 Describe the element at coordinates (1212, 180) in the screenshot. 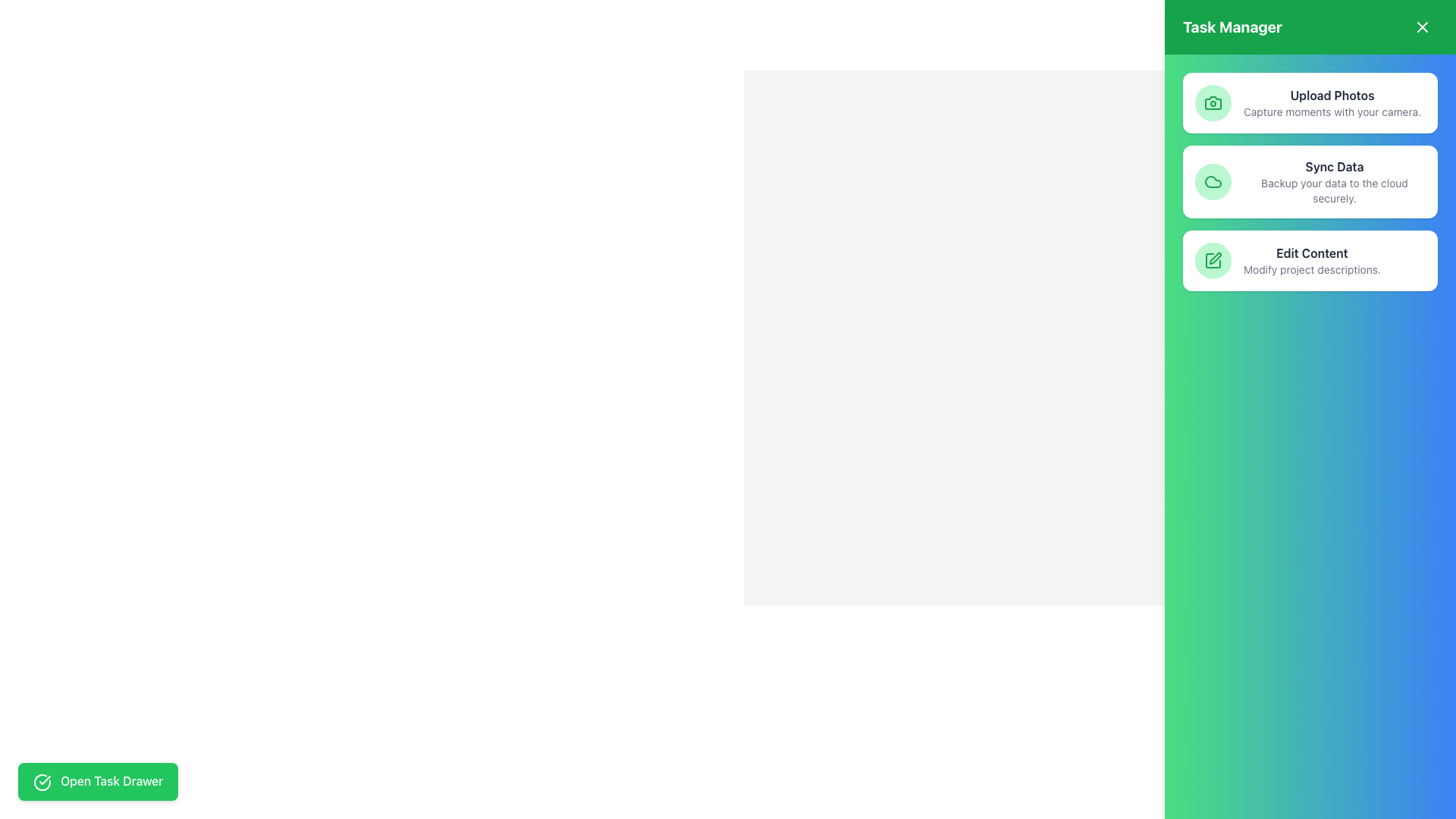

I see `the decorative 'Sync Data' icon located at the top-center of the second button's icon section in the Task Manager drawer` at that location.